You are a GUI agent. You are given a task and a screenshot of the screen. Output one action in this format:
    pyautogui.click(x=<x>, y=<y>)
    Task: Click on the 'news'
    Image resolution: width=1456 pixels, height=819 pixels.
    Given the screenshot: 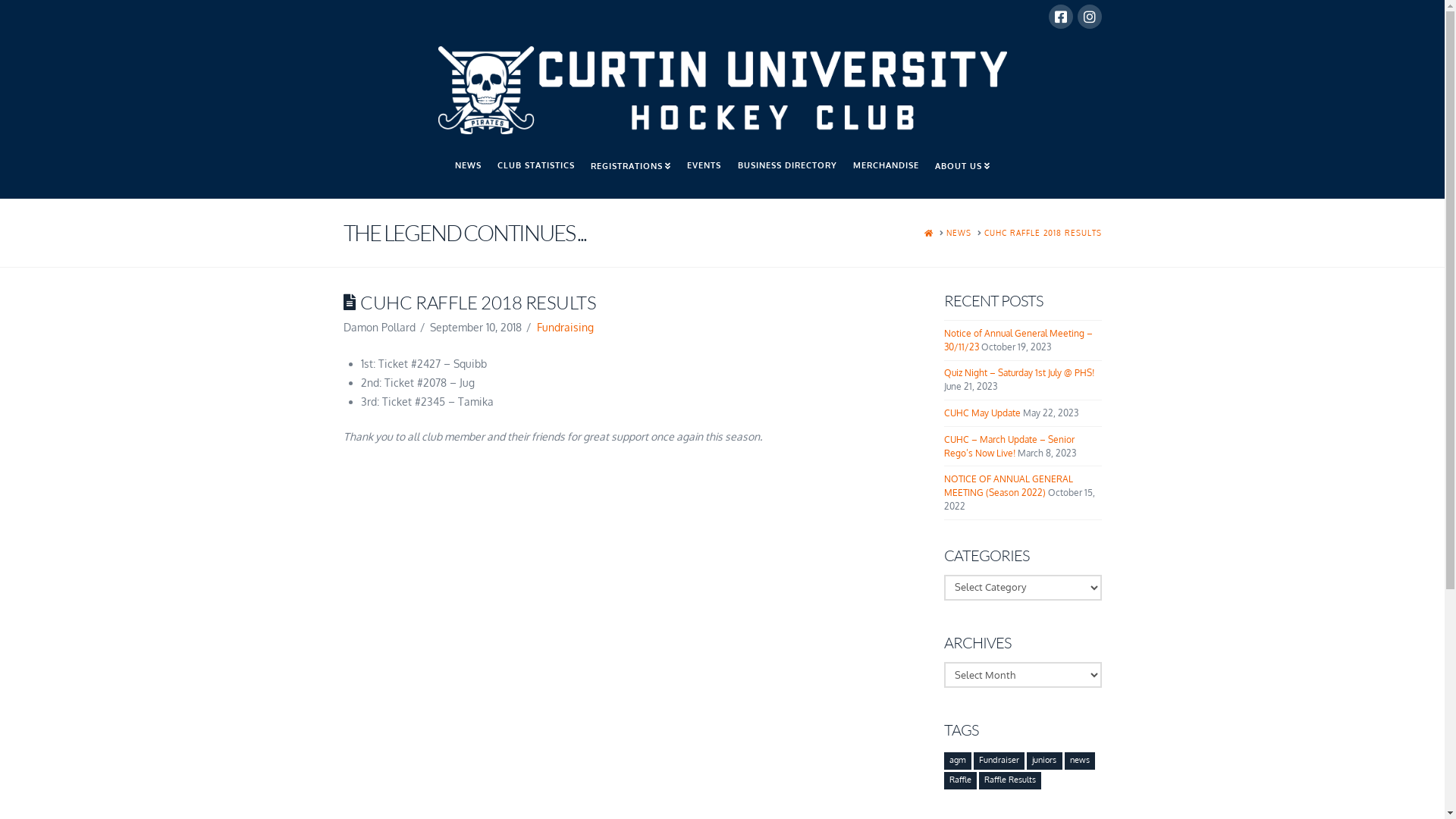 What is the action you would take?
    pyautogui.click(x=1079, y=761)
    